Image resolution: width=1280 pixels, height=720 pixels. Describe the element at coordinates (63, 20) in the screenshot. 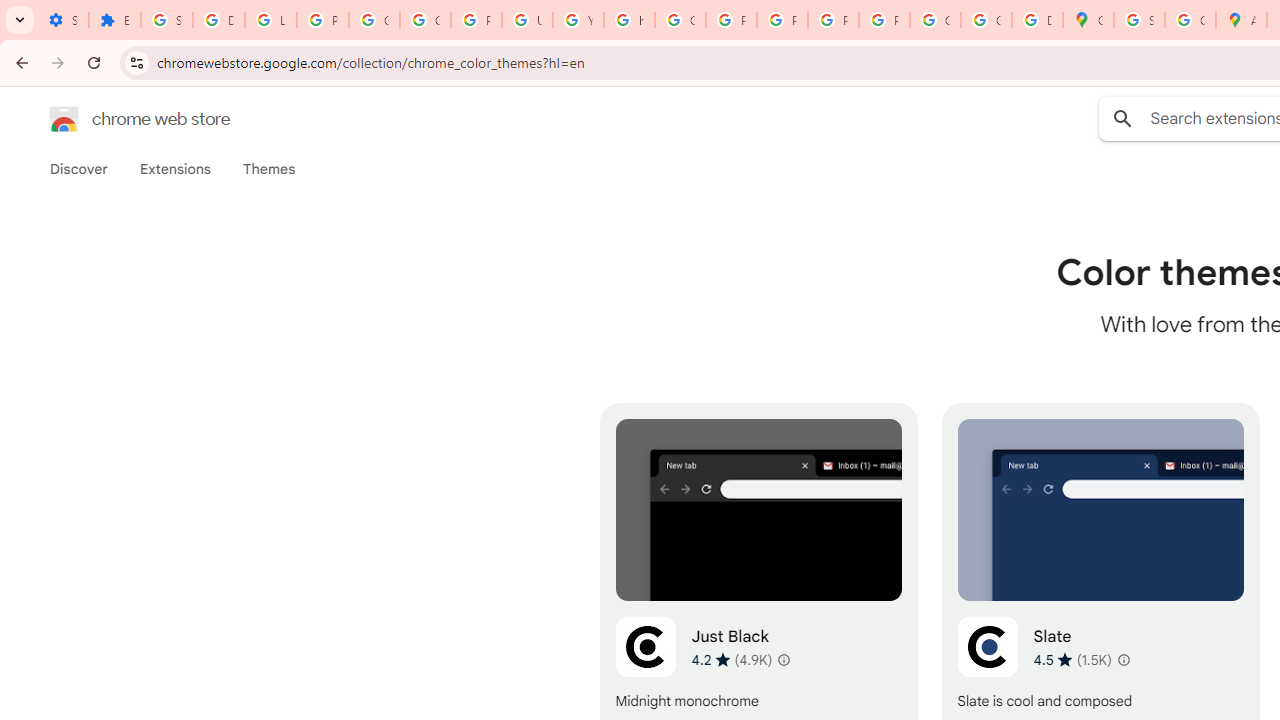

I see `'Settings - On startup'` at that location.